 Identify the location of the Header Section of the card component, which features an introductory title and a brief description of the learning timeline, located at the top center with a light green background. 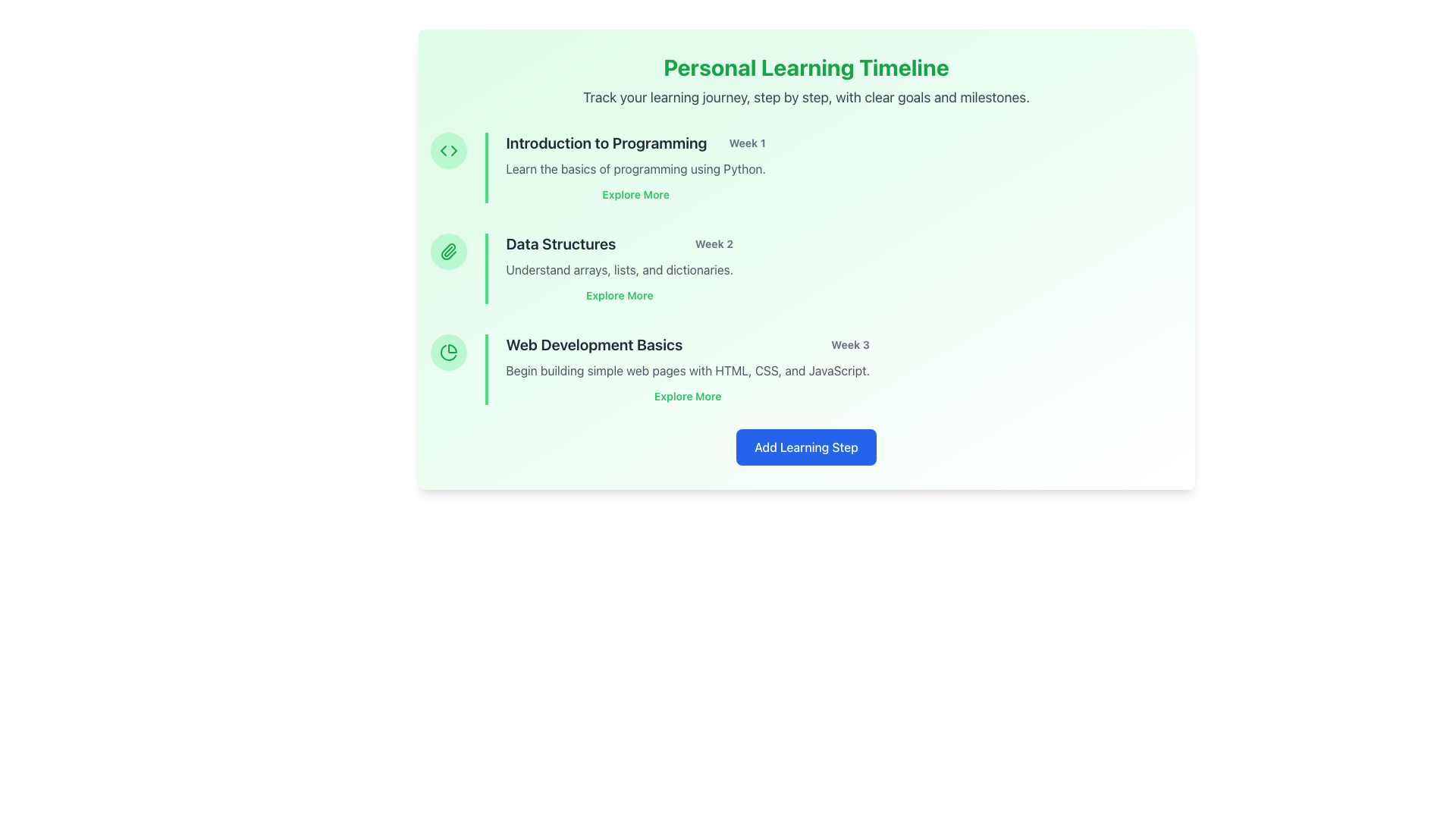
(805, 81).